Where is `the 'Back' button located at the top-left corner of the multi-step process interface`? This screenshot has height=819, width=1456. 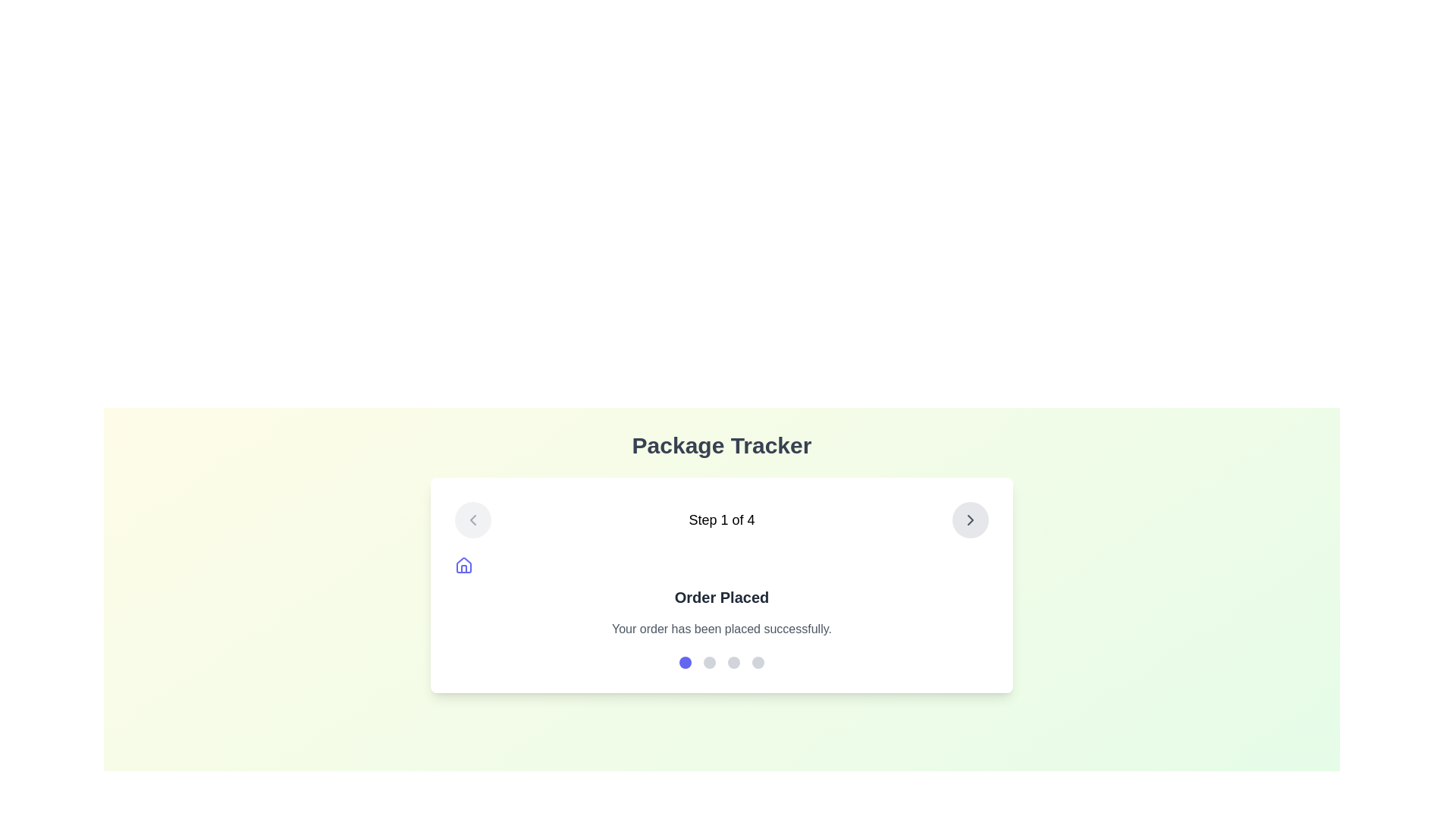 the 'Back' button located at the top-left corner of the multi-step process interface is located at coordinates (472, 519).